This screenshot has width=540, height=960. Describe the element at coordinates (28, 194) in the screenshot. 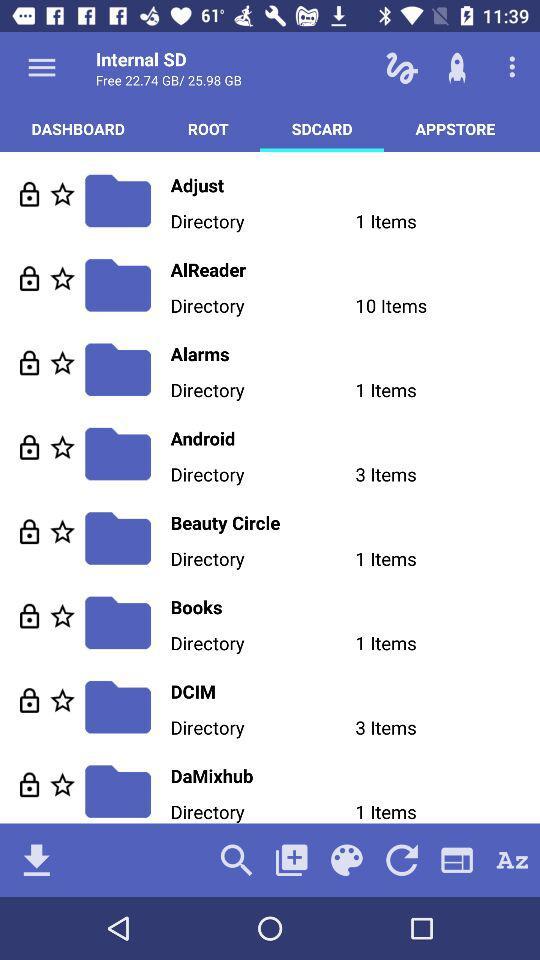

I see `lock and folder` at that location.